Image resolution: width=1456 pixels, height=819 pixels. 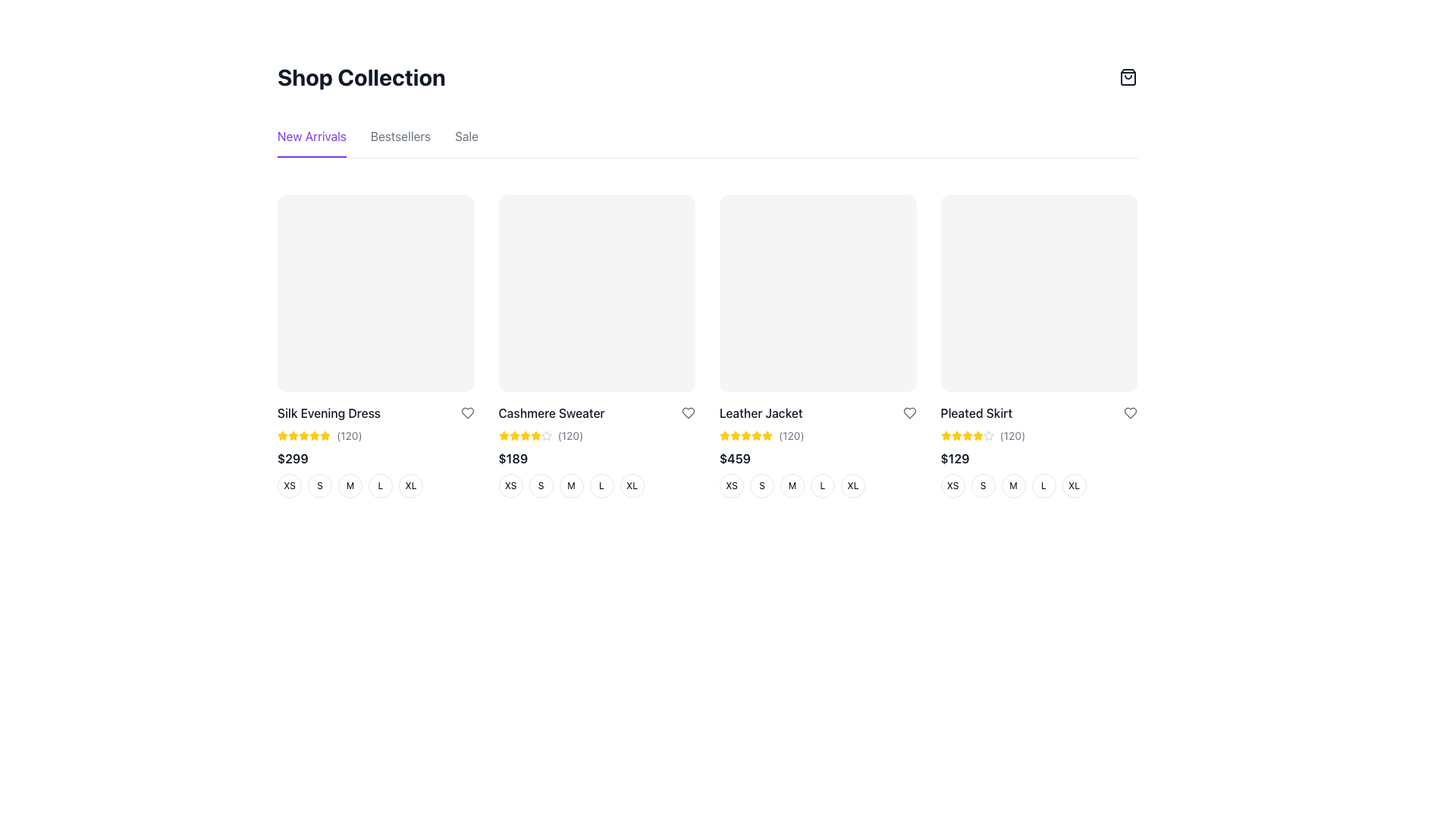 What do you see at coordinates (324, 435) in the screenshot?
I see `the leftmost yellow star icon used for rating the product 'Silk Evening Dress' to provide a rating` at bounding box center [324, 435].